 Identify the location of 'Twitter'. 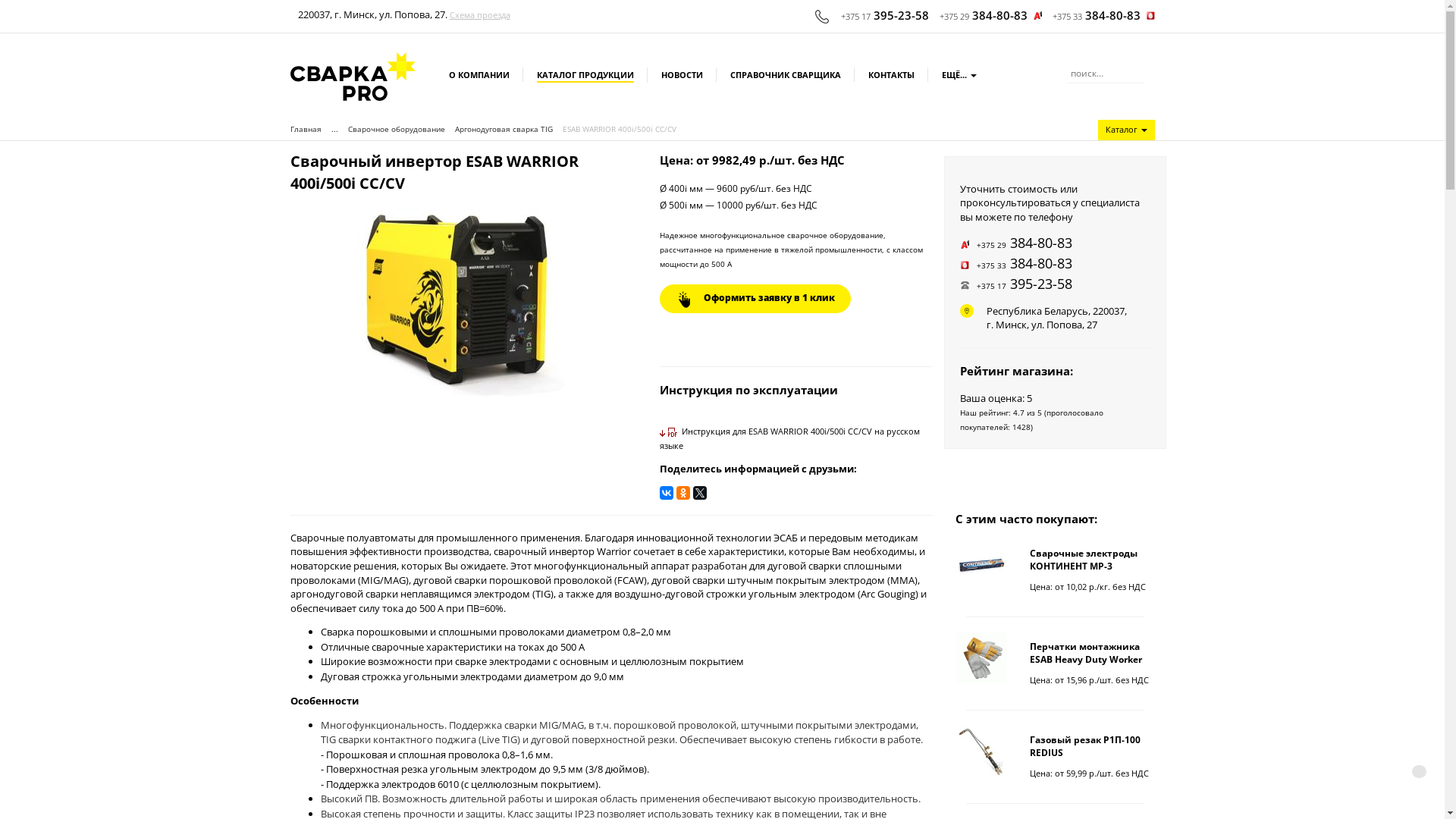
(698, 493).